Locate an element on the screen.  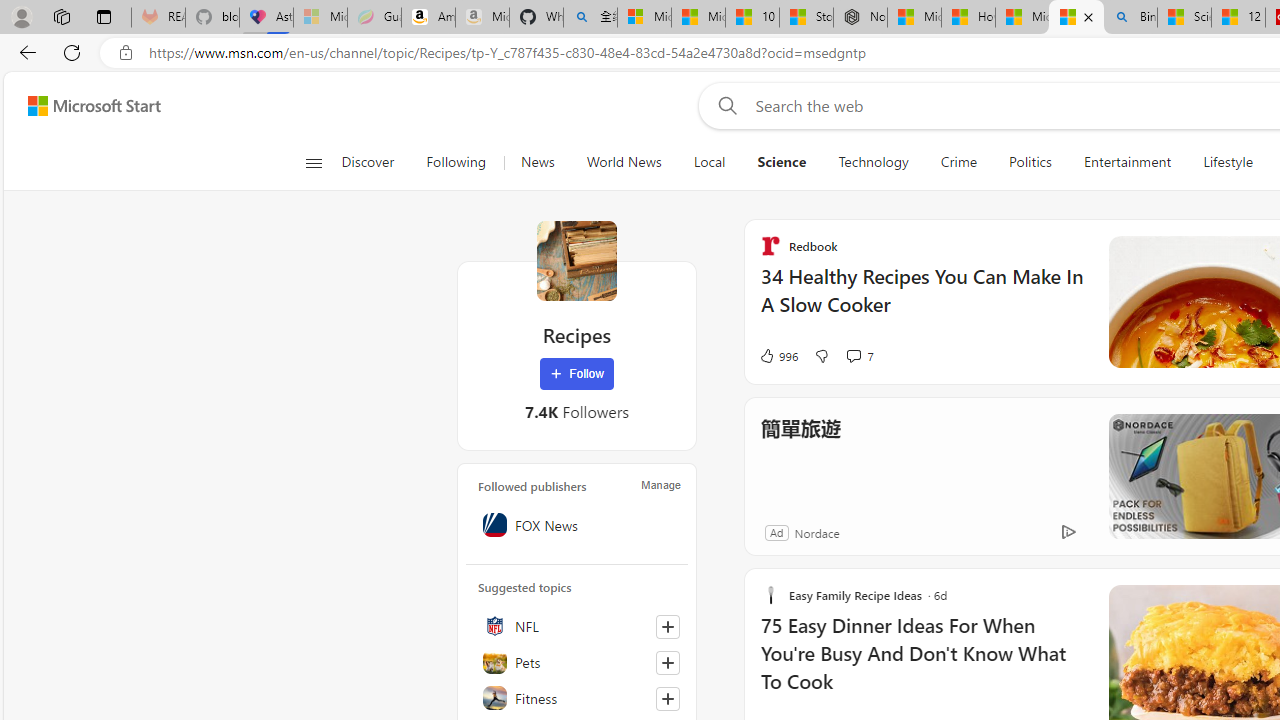
'FOX News' is located at coordinates (576, 524).